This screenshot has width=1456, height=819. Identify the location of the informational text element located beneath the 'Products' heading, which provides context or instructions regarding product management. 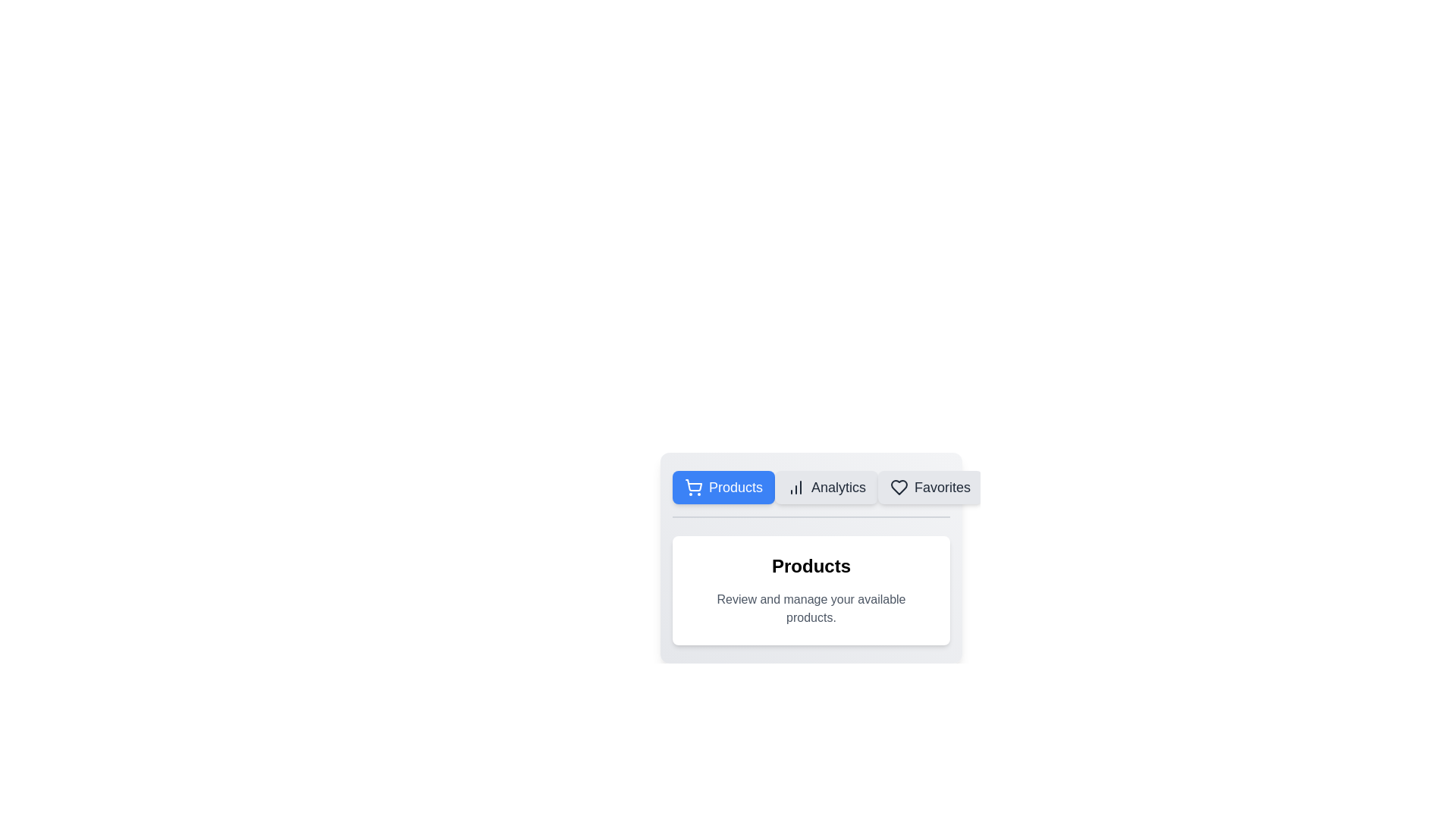
(811, 607).